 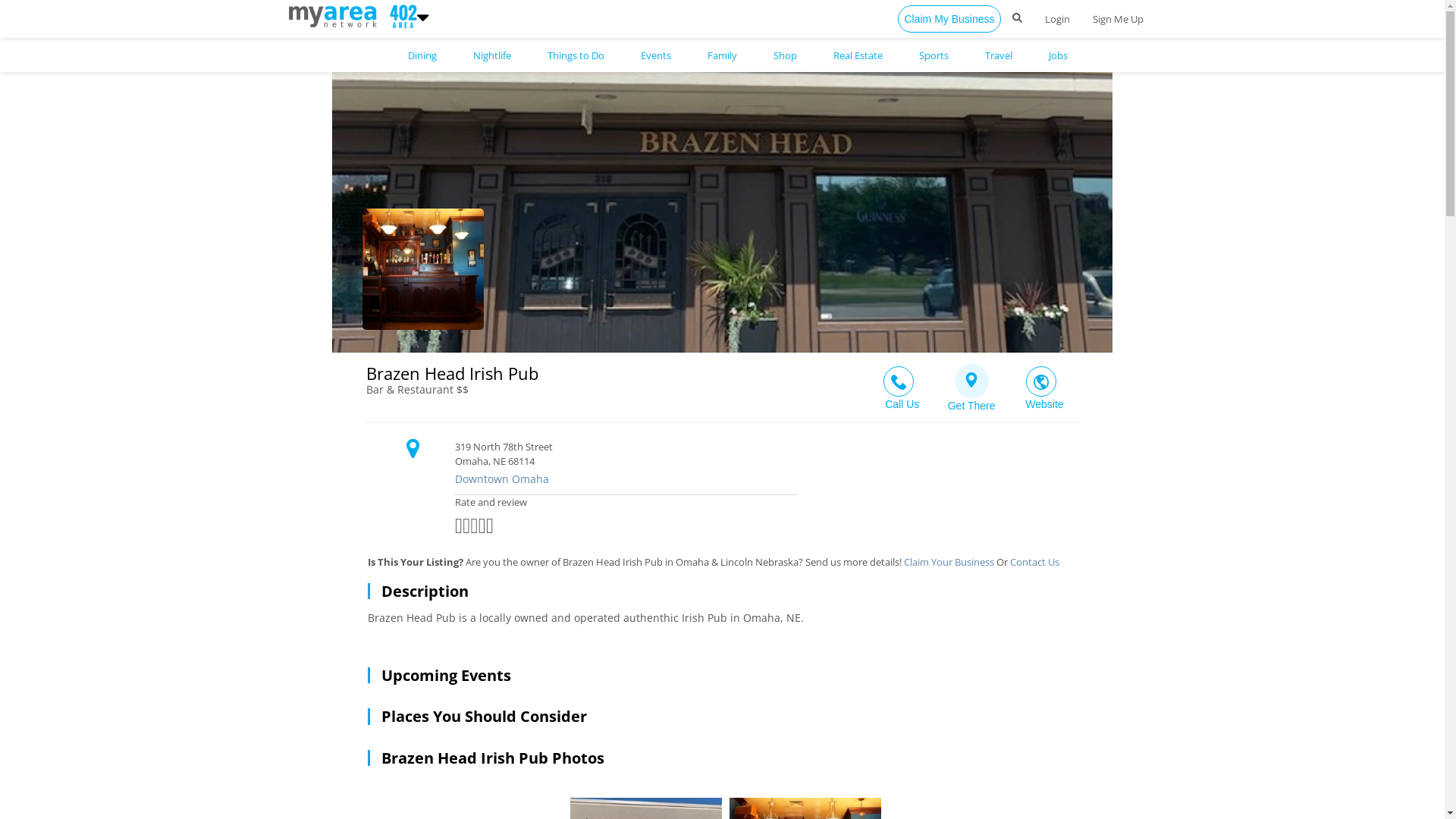 I want to click on 'Website', so click(x=1042, y=382).